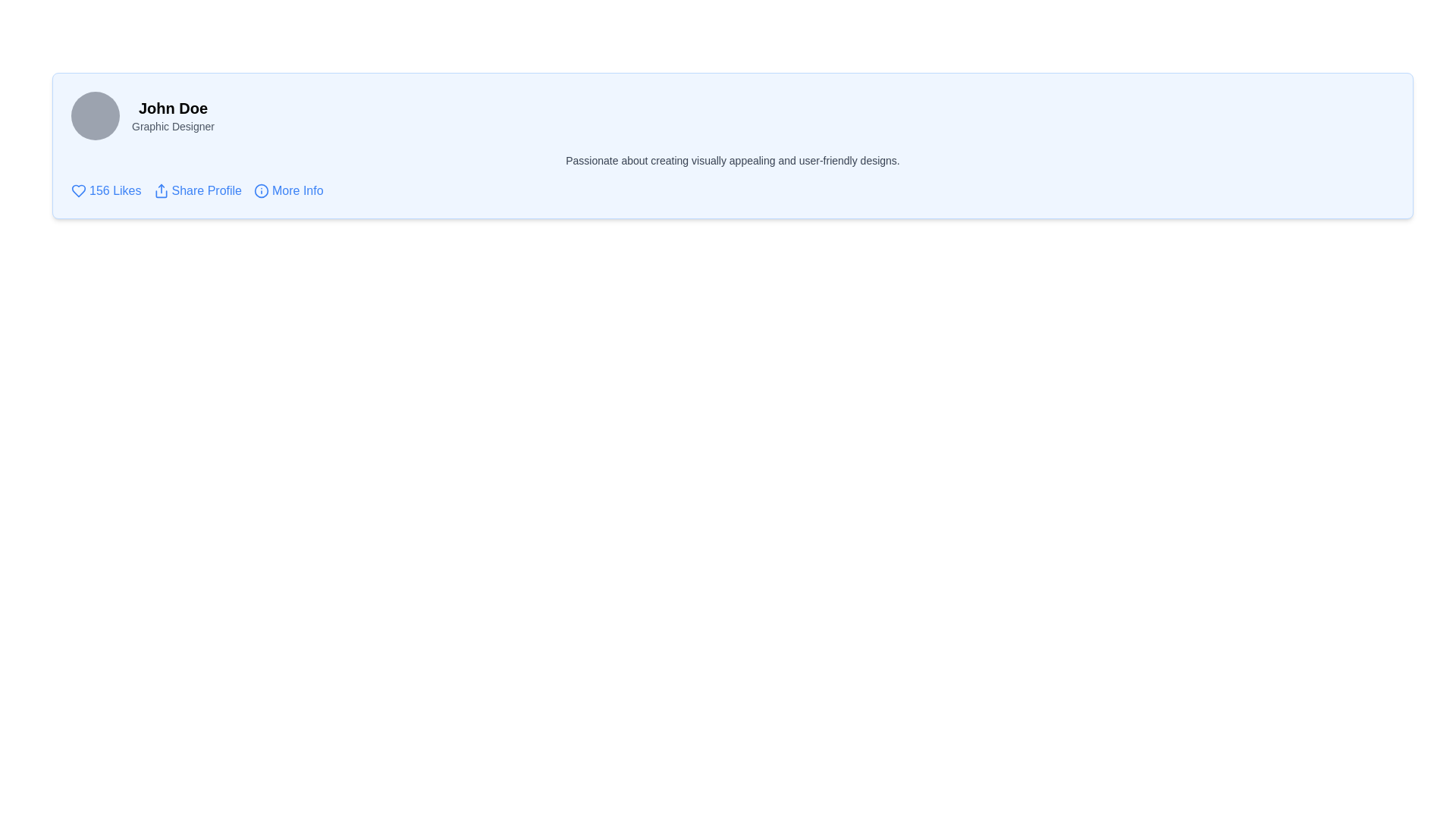 The width and height of the screenshot is (1456, 819). I want to click on the 'Share Profile' text label located in the bottom section of the card layout, positioned between '156 Likes' and 'More Info', so click(206, 190).